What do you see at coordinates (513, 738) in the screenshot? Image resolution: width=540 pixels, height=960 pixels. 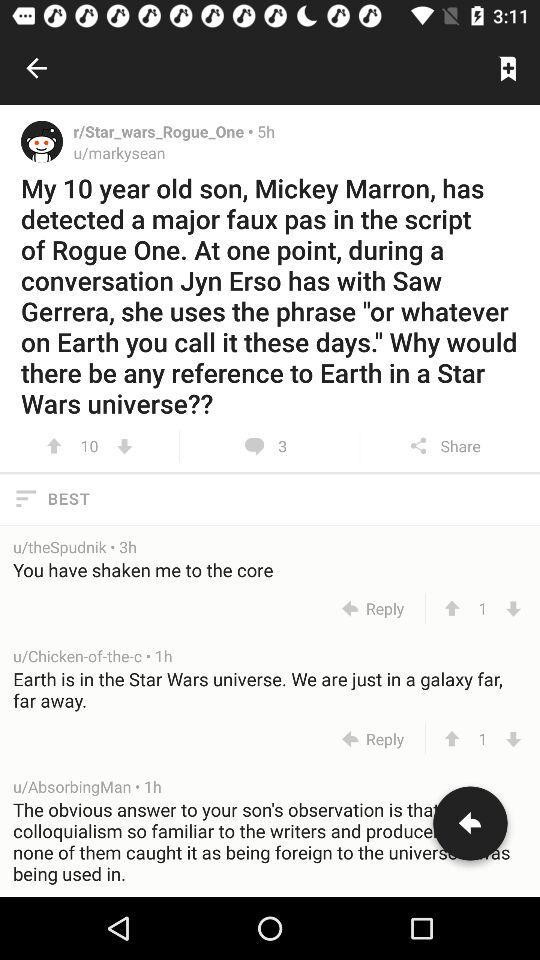 I see `down vote comment` at bounding box center [513, 738].